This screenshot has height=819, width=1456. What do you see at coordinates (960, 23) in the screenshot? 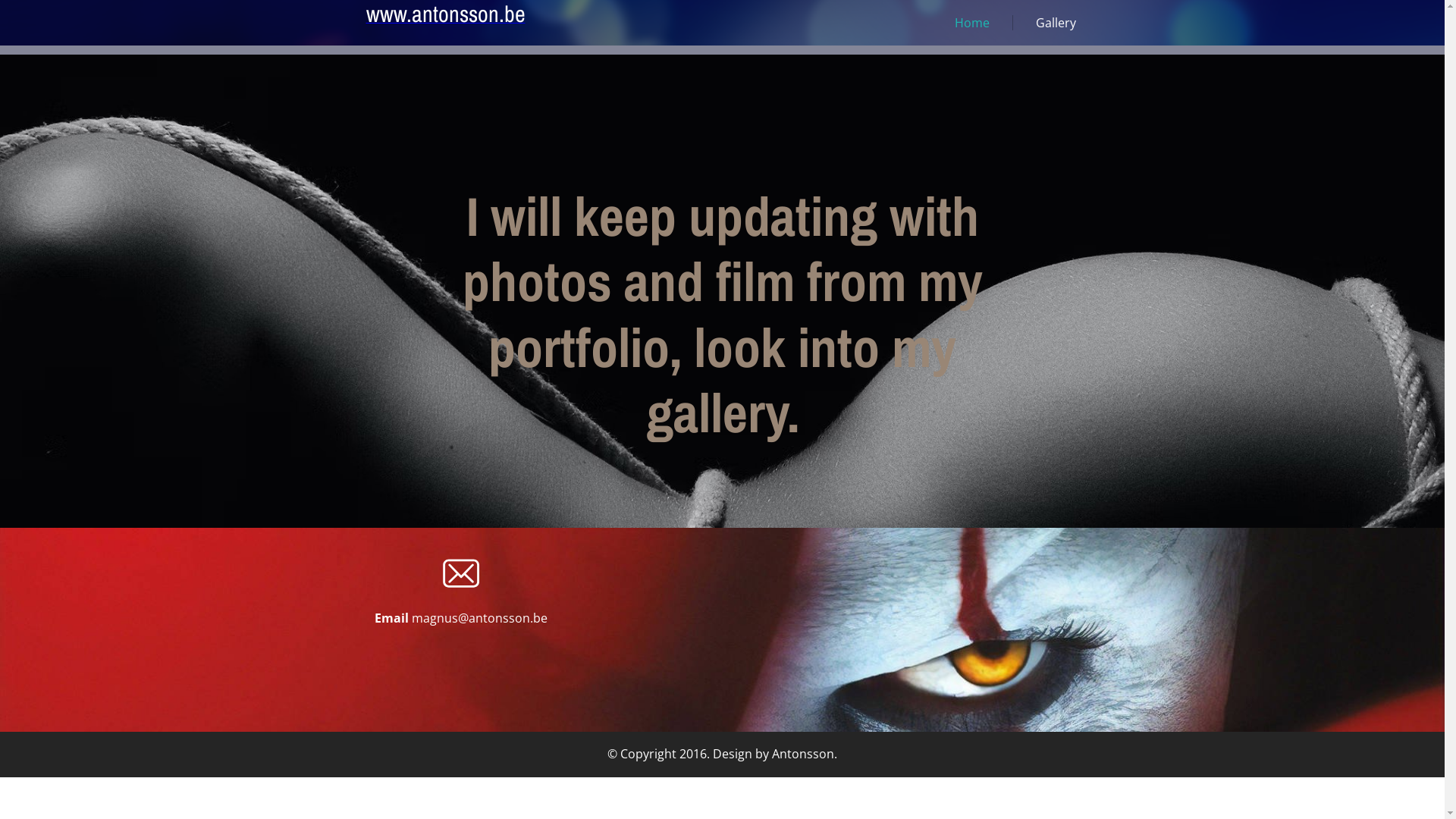
I see `'Home'` at bounding box center [960, 23].